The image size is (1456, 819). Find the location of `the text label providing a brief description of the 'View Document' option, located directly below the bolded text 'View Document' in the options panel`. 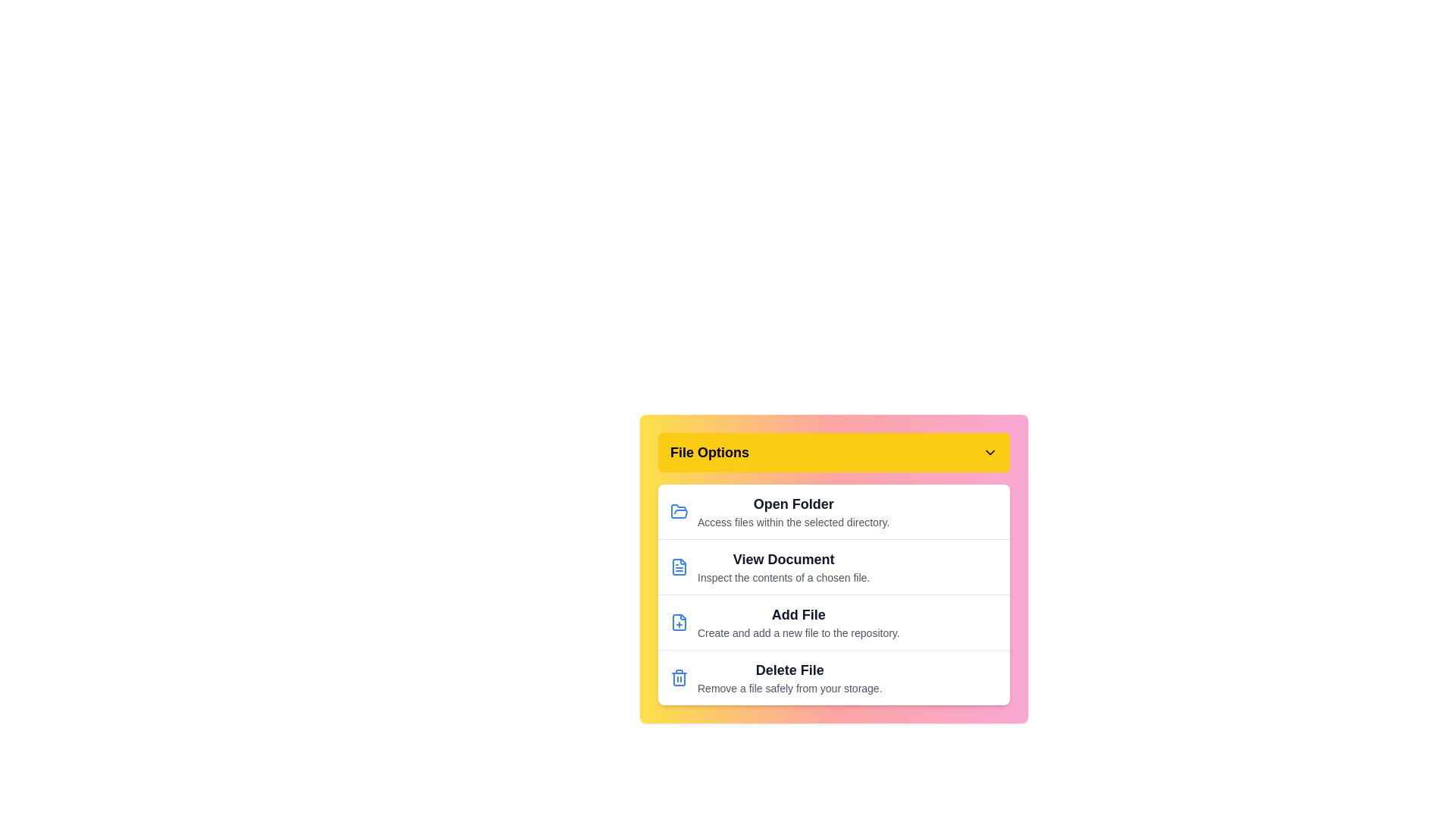

the text label providing a brief description of the 'View Document' option, located directly below the bolded text 'View Document' in the options panel is located at coordinates (783, 578).